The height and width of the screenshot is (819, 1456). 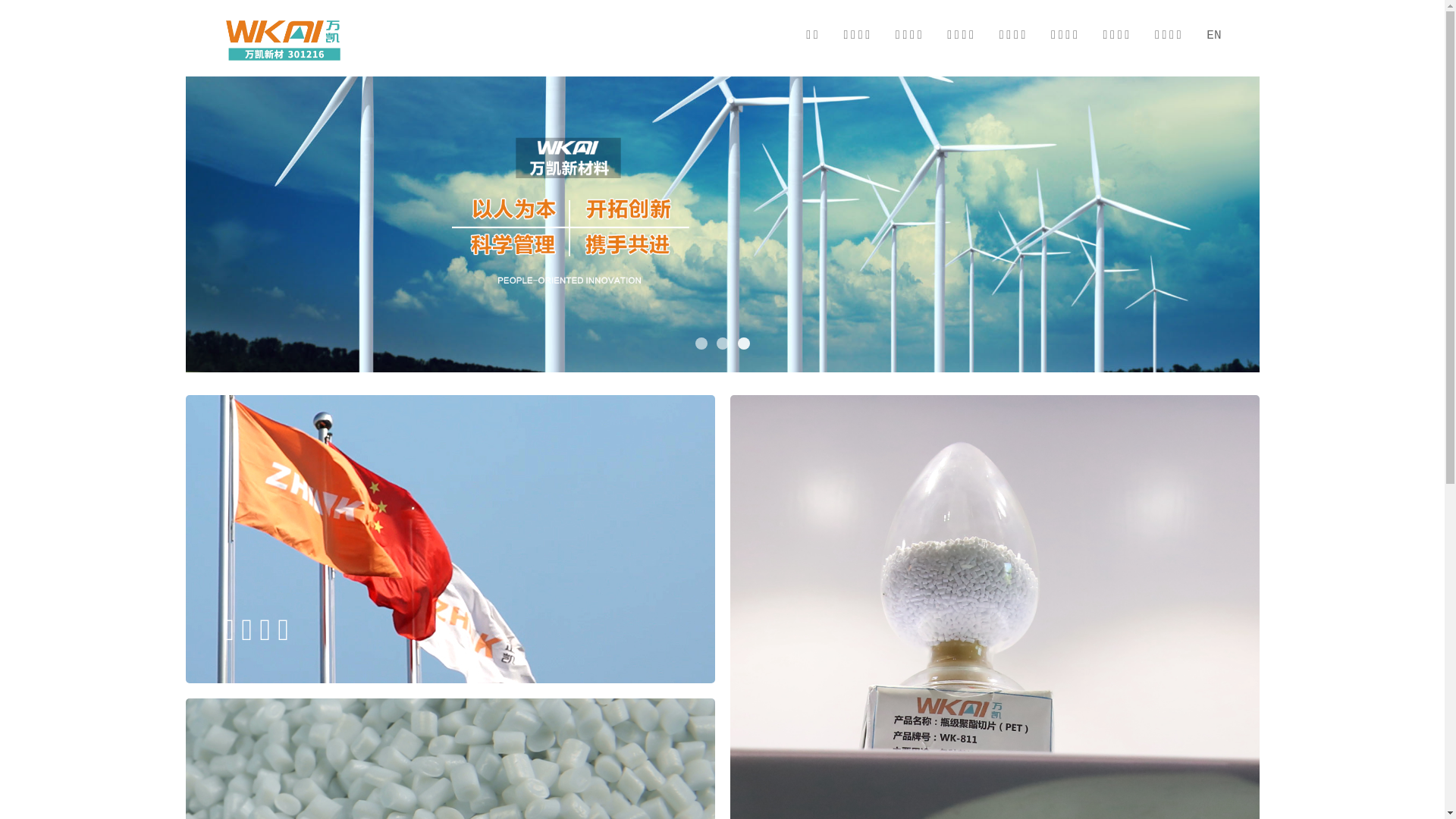 I want to click on '3', so click(x=736, y=343).